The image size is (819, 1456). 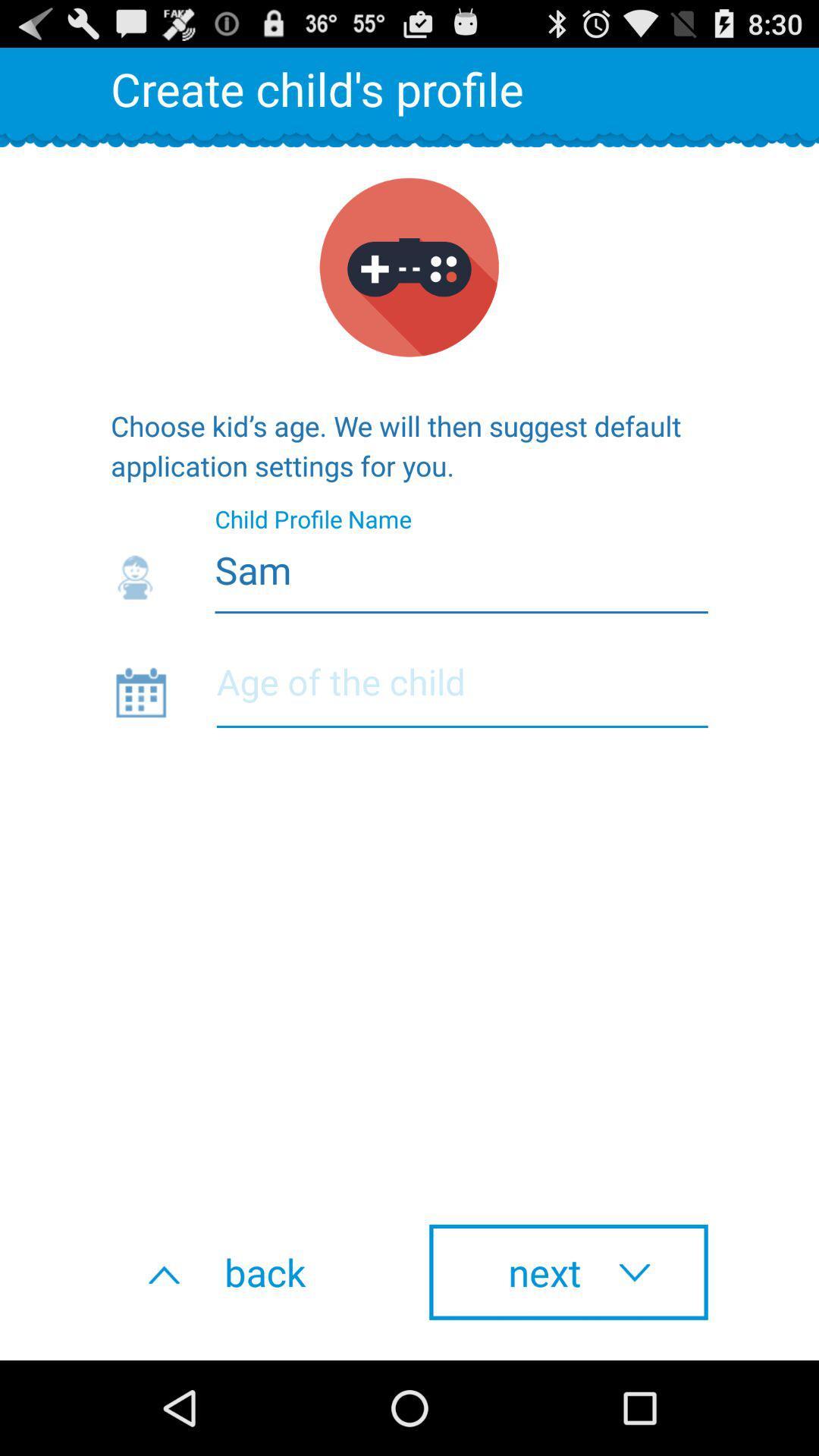 I want to click on the item below the sam icon, so click(x=461, y=691).